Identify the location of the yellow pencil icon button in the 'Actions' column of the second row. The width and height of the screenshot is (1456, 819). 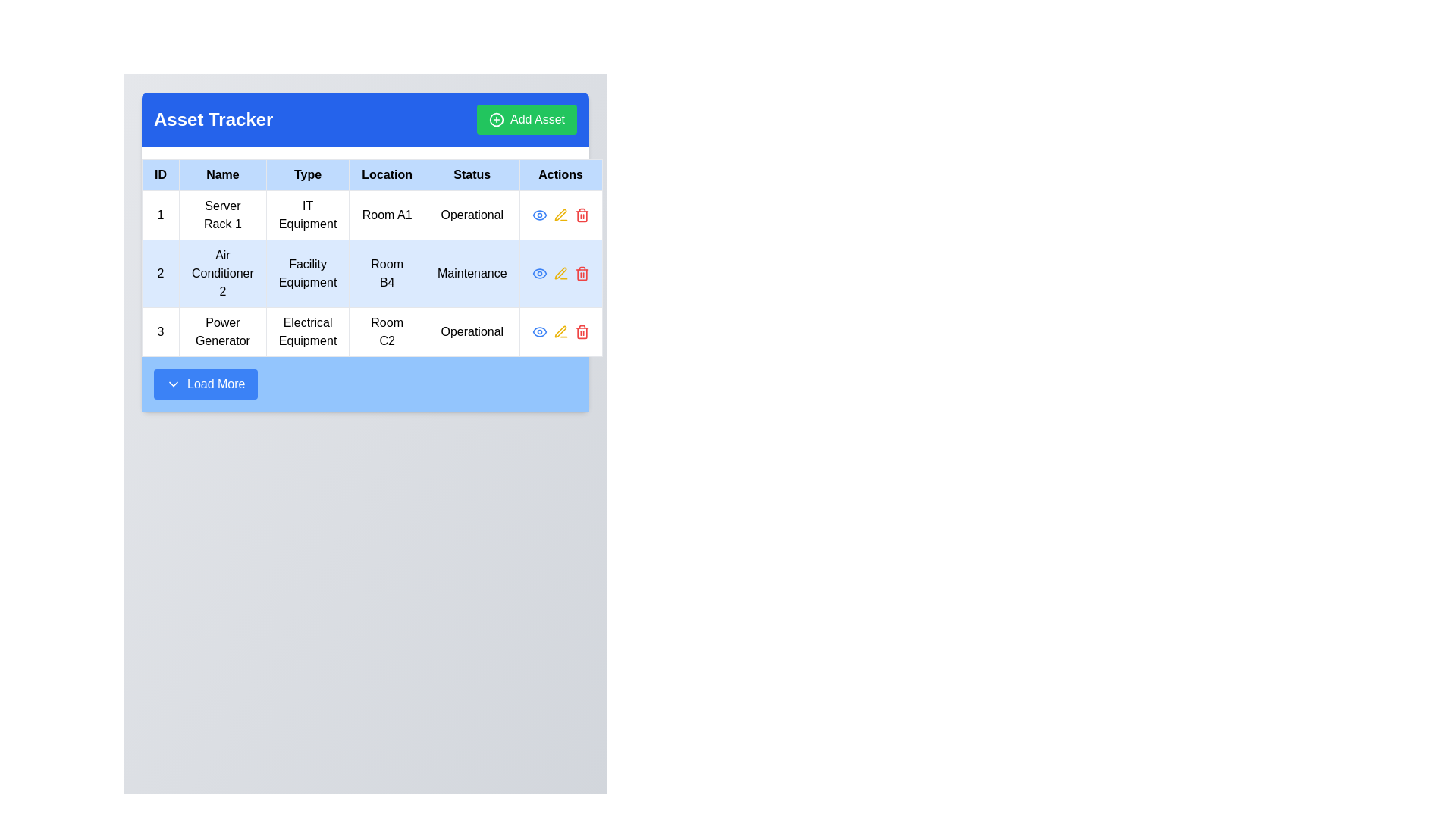
(560, 274).